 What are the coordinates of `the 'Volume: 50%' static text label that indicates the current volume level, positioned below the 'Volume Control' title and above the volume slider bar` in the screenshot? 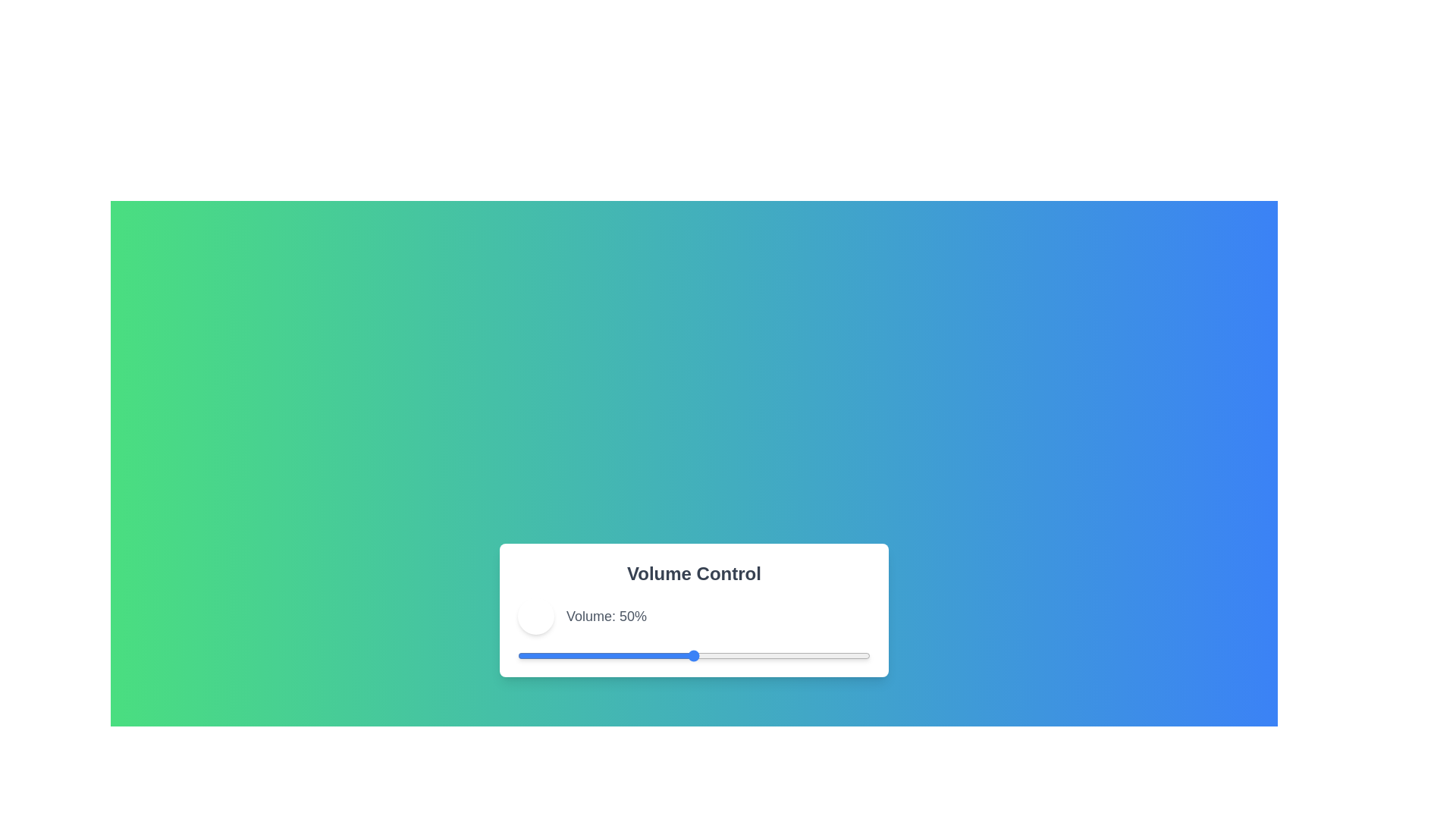 It's located at (693, 617).